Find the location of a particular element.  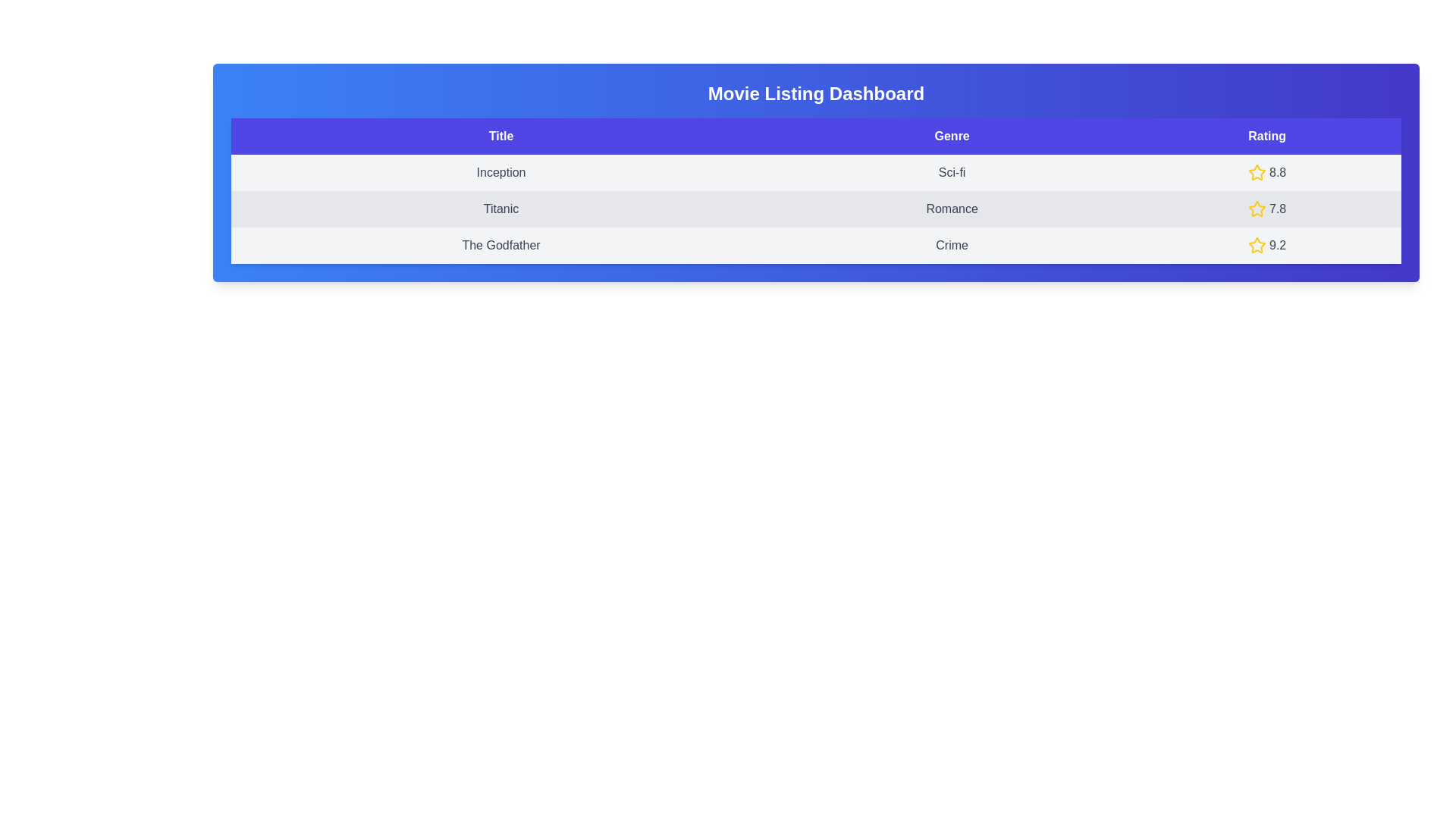

the 'Sci-fi' text label in the 'Genre' column of the movie list, which displays the genre of the movie and is center-aligned with a black font on a light gray background is located at coordinates (951, 171).